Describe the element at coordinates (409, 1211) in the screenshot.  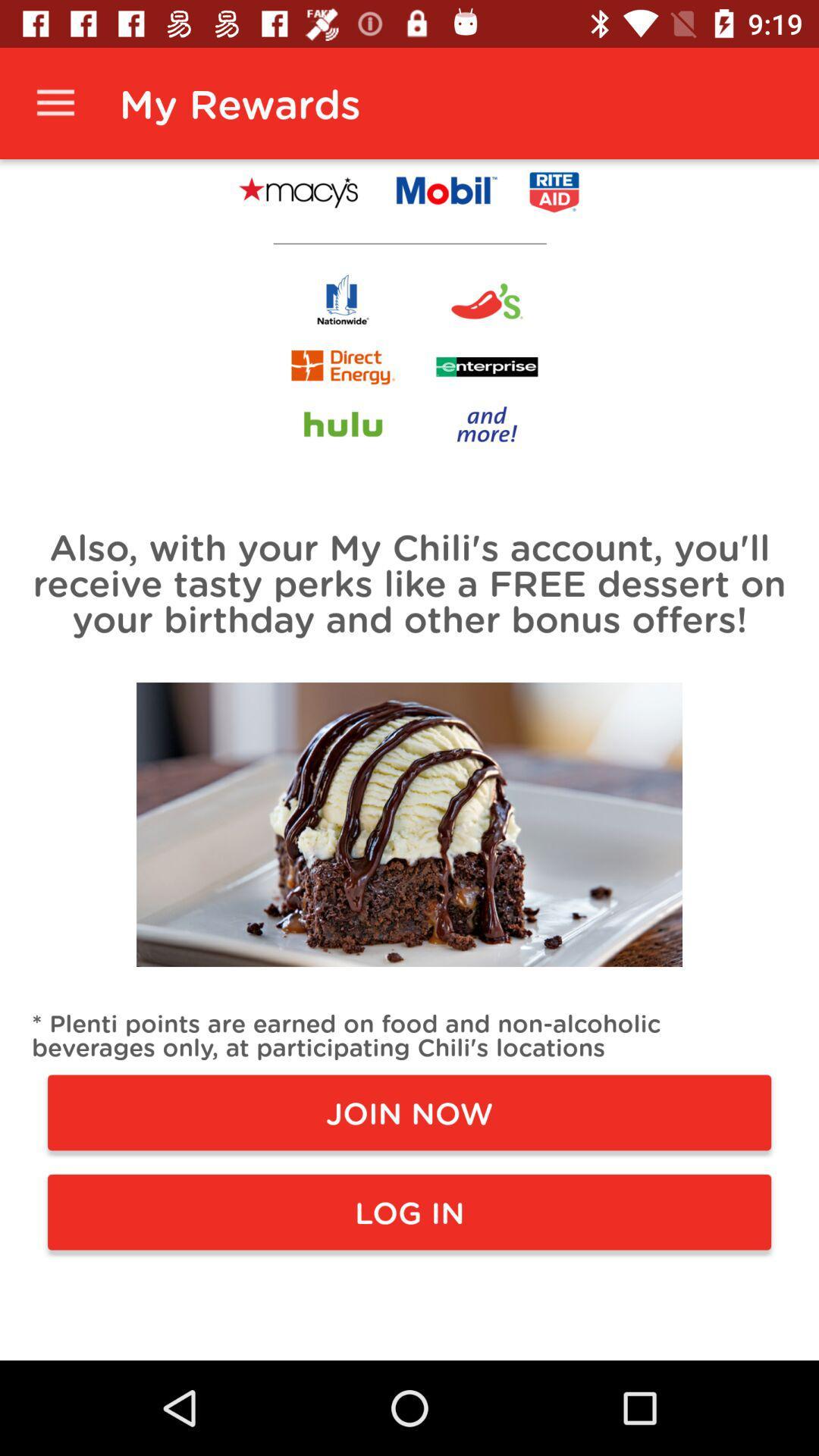
I see `the log in icon` at that location.